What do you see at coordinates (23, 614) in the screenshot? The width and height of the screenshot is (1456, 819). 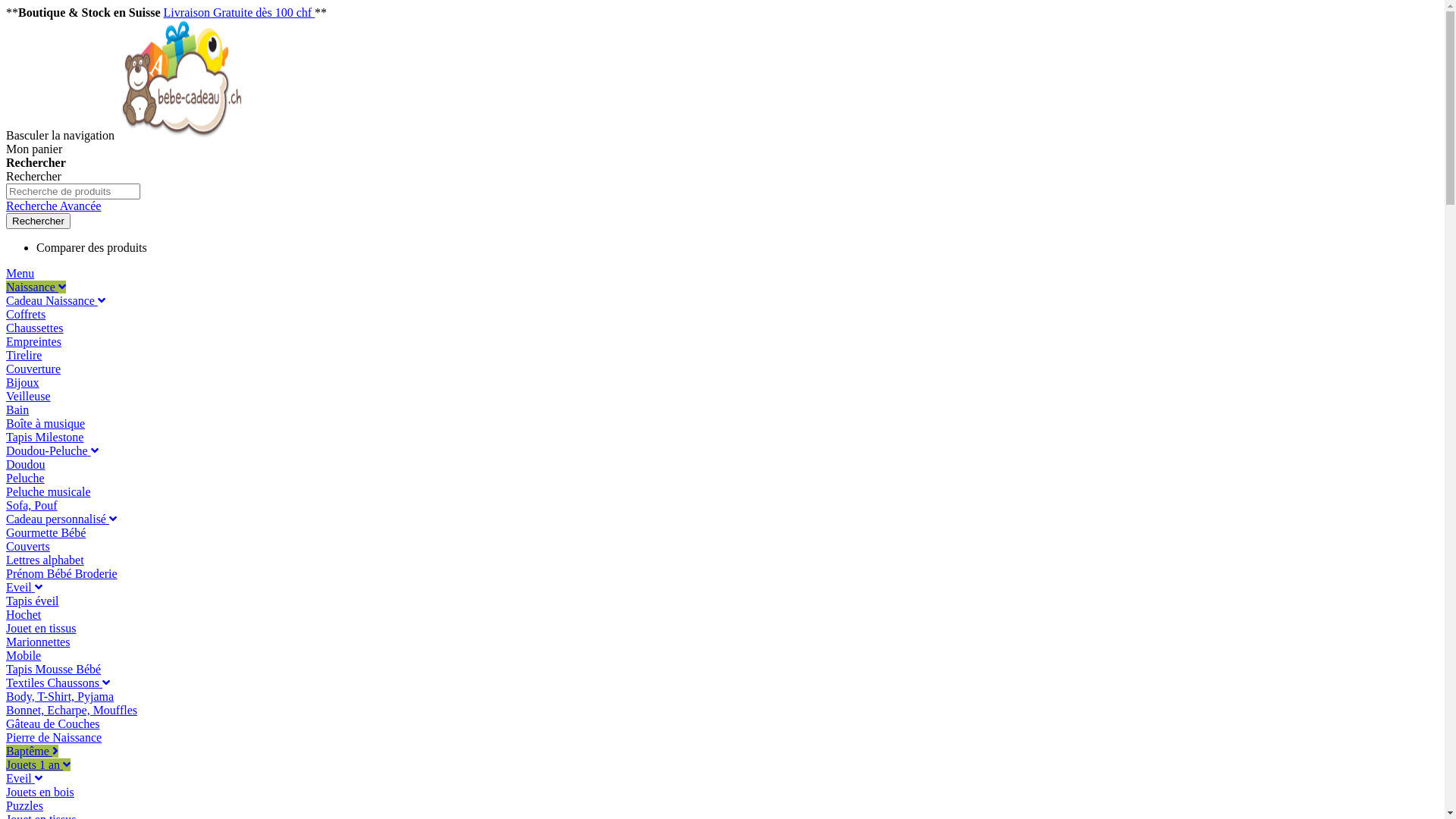 I see `'Hochet'` at bounding box center [23, 614].